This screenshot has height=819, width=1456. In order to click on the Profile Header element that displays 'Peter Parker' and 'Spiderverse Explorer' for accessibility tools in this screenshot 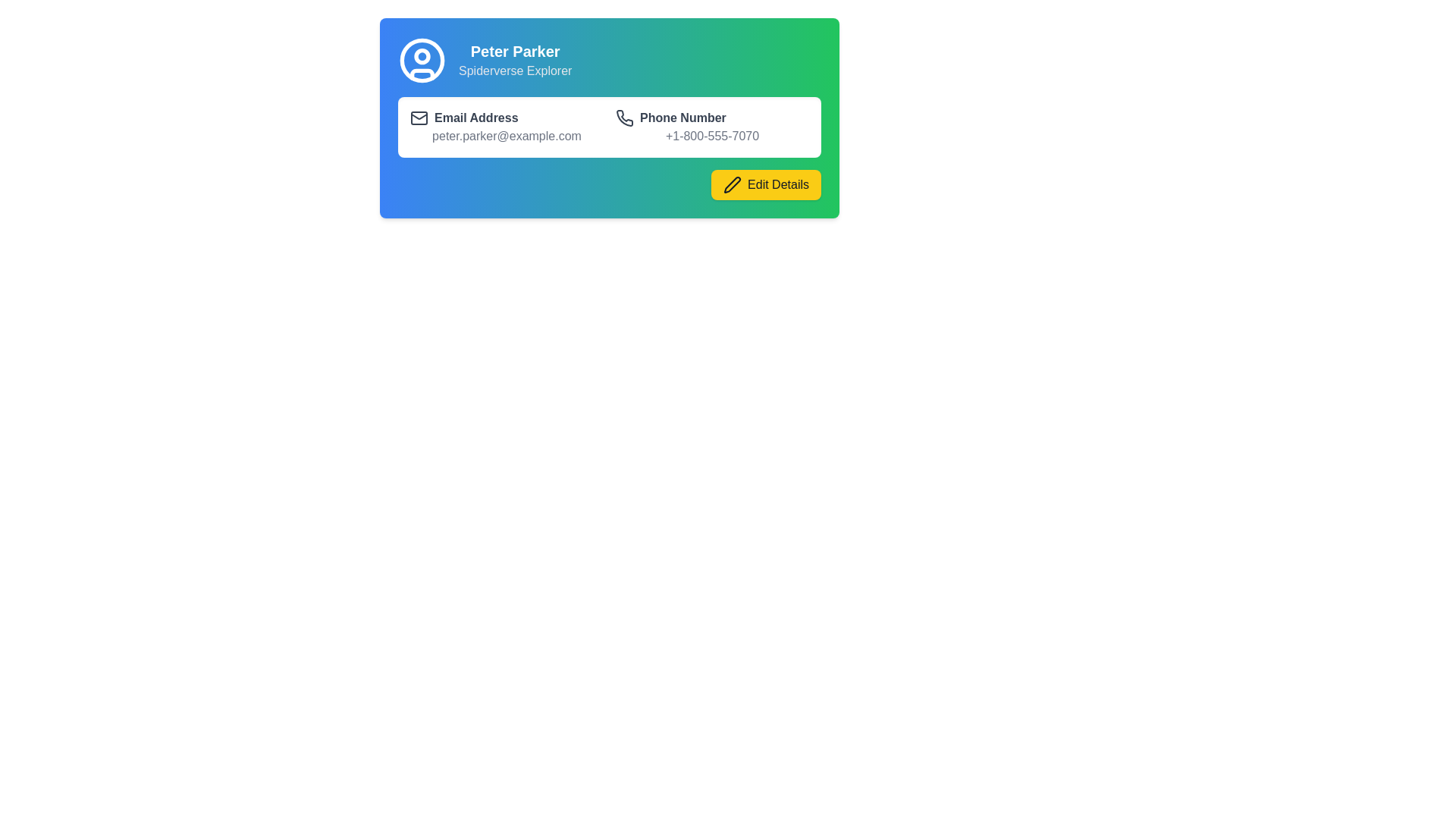, I will do `click(610, 60)`.